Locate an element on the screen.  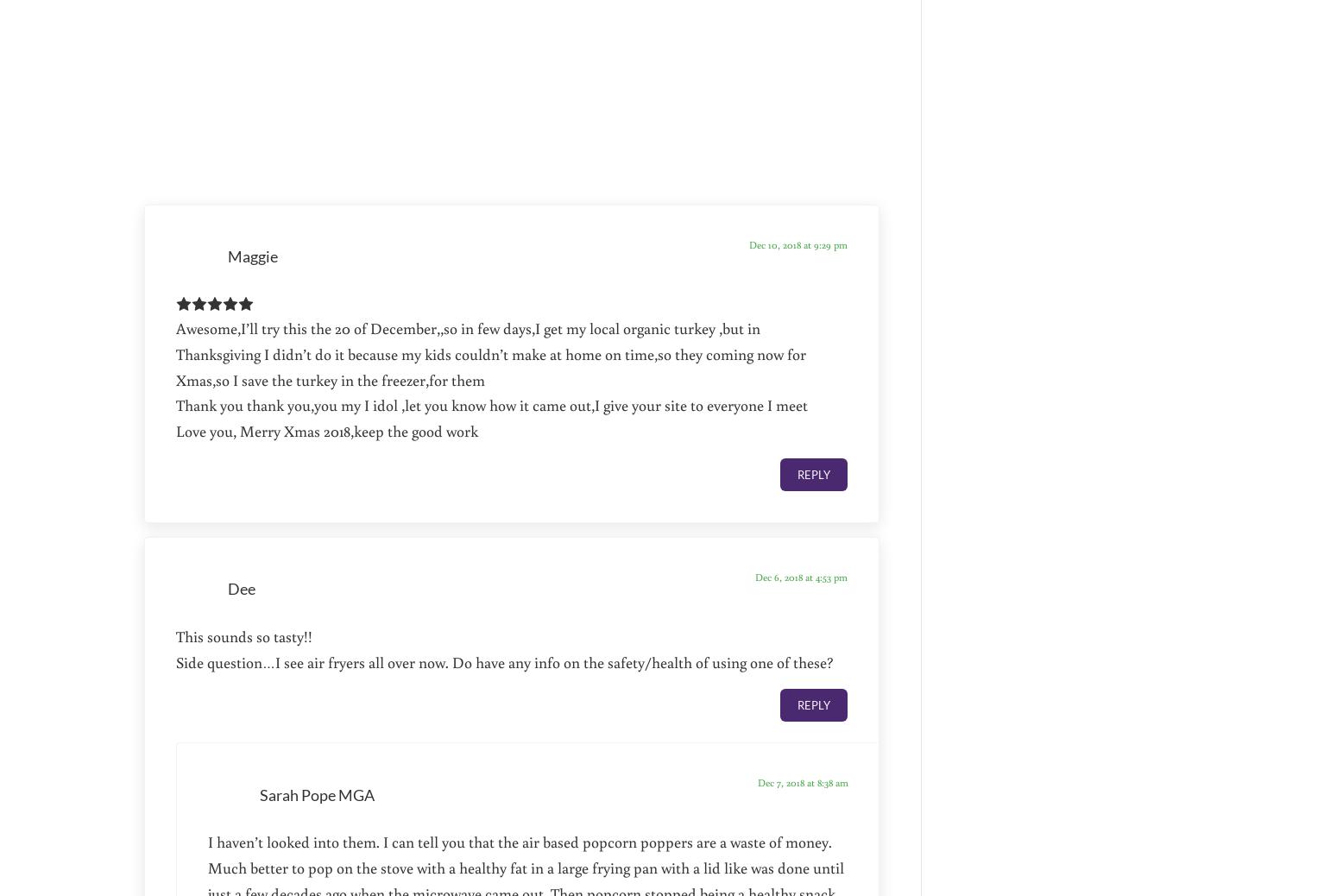
'Dec 10, 2018 at 9:29 pm' is located at coordinates (798, 244).